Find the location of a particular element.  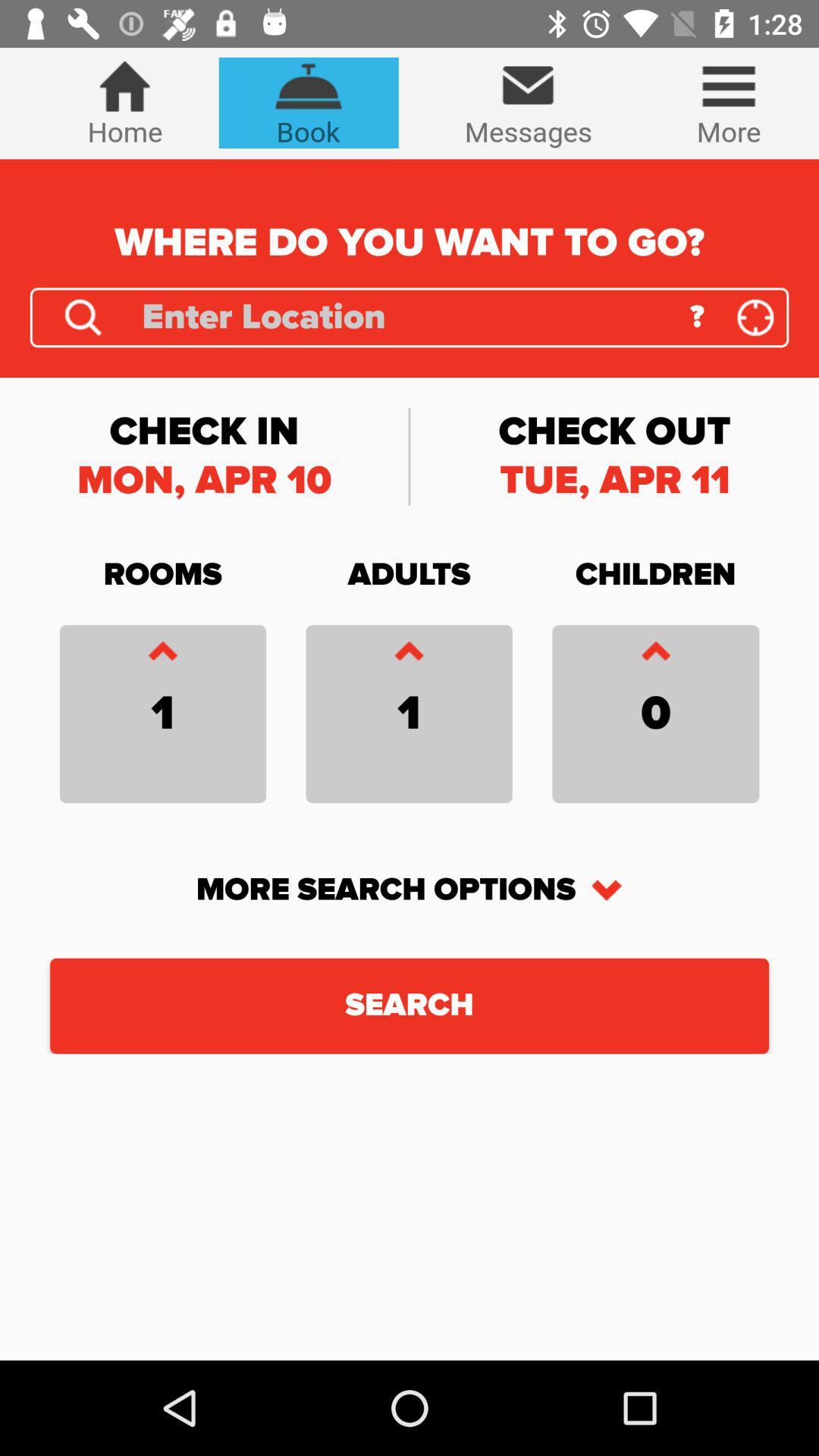

the font icon is located at coordinates (162, 654).